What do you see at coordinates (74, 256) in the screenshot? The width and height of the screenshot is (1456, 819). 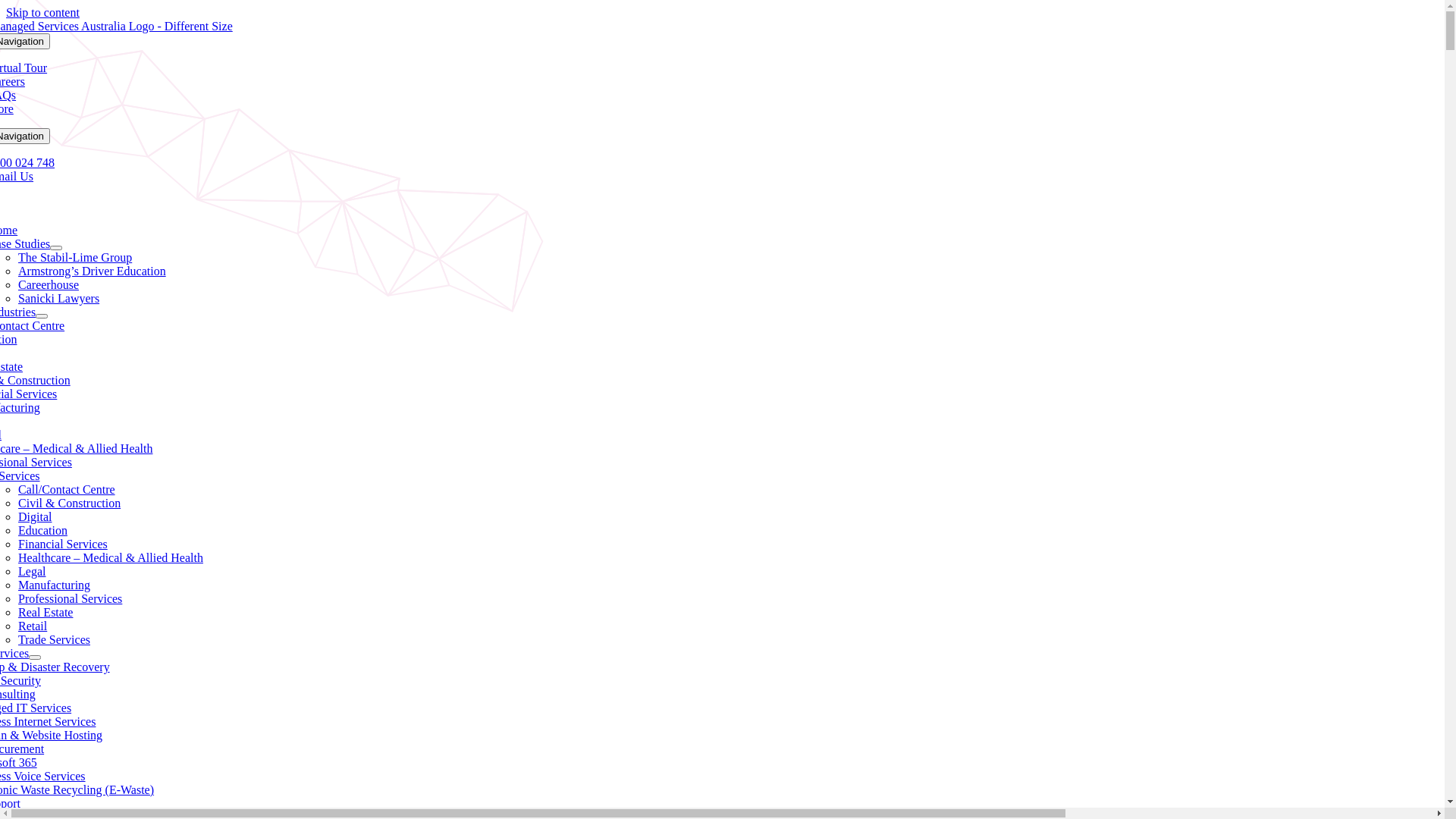 I see `'The Stabil-Lime Group'` at bounding box center [74, 256].